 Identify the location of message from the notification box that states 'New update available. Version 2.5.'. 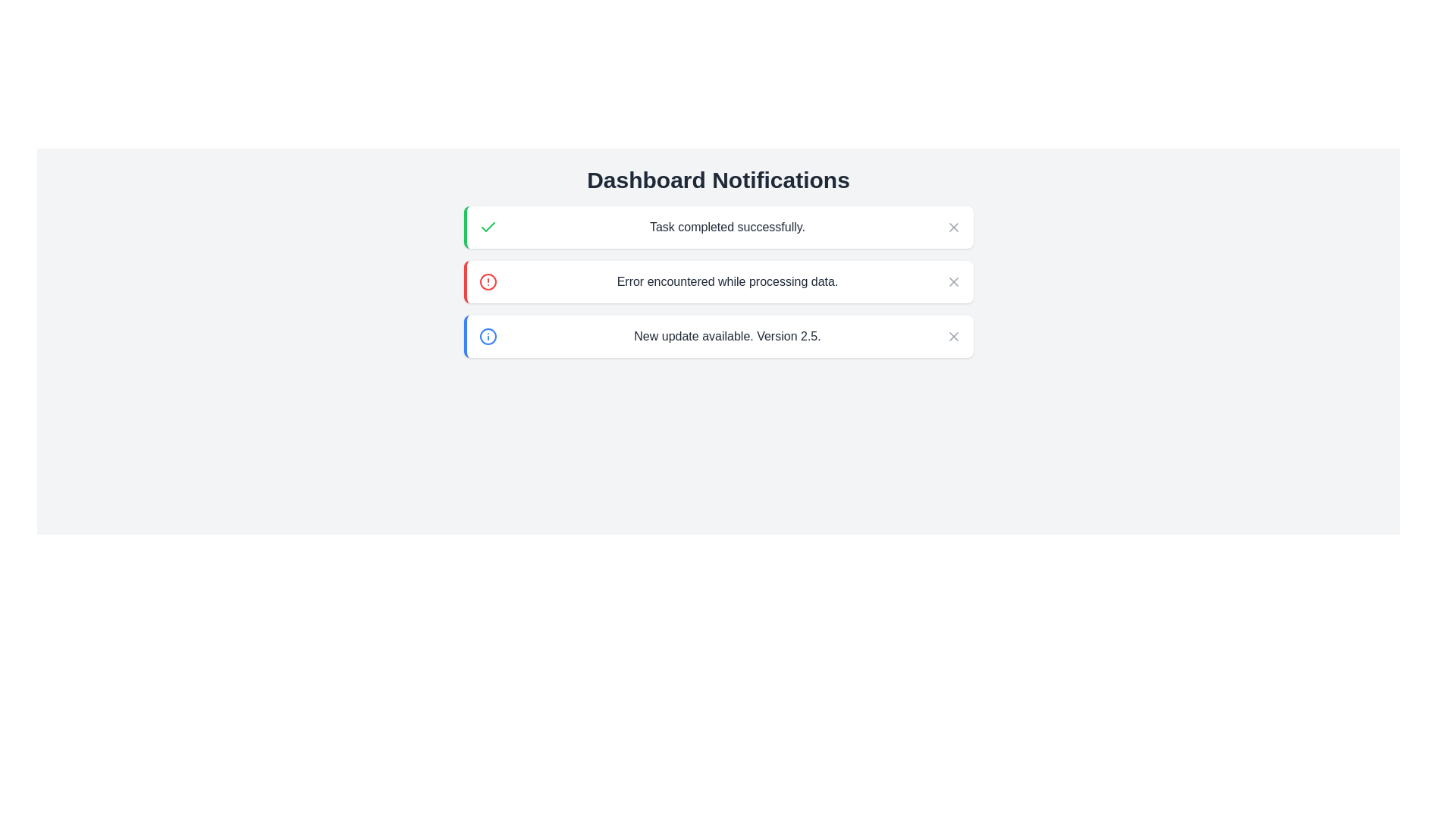
(717, 335).